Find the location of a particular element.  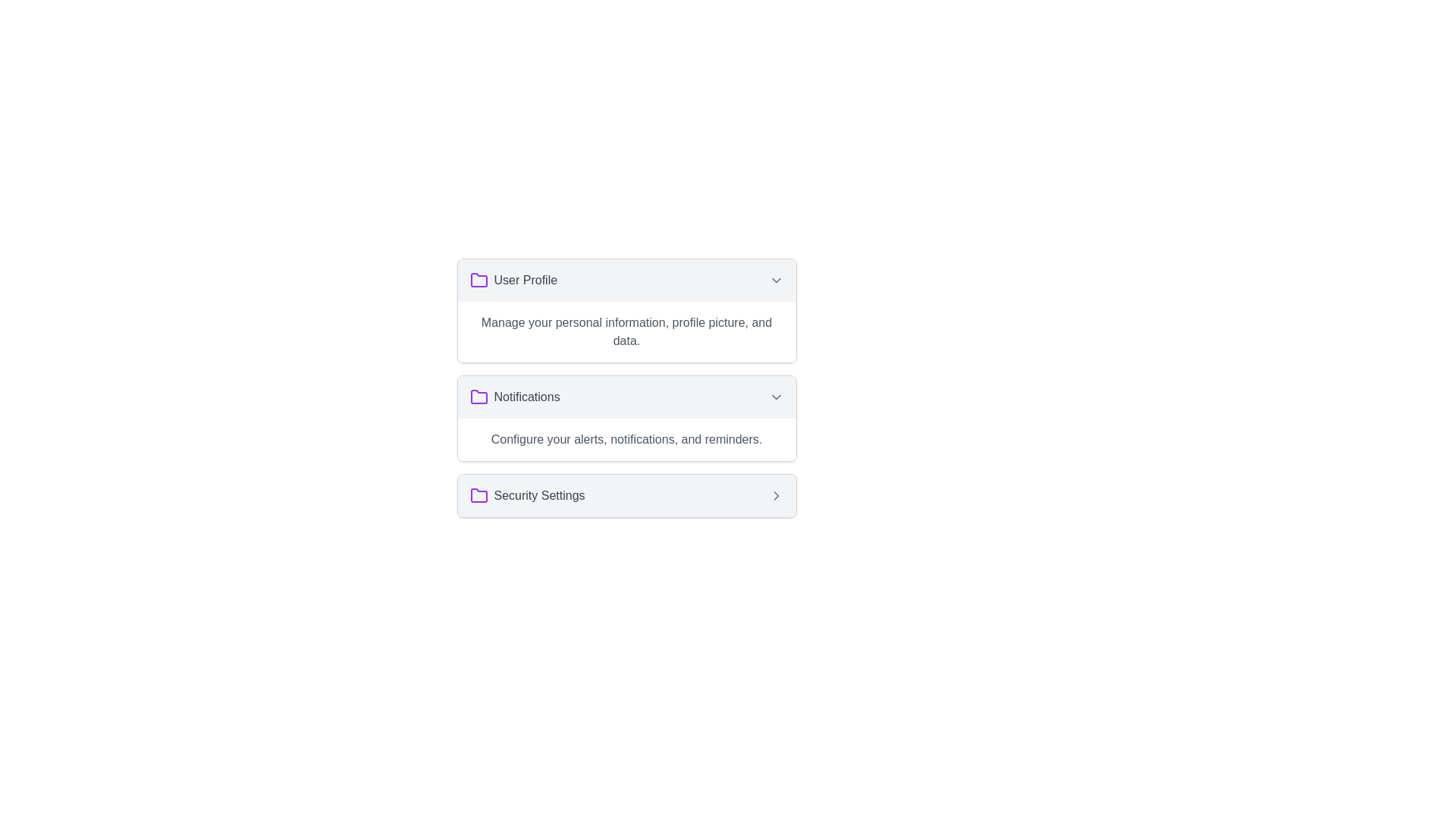

the downward Chevron icon in the 'User Profile' section is located at coordinates (776, 281).